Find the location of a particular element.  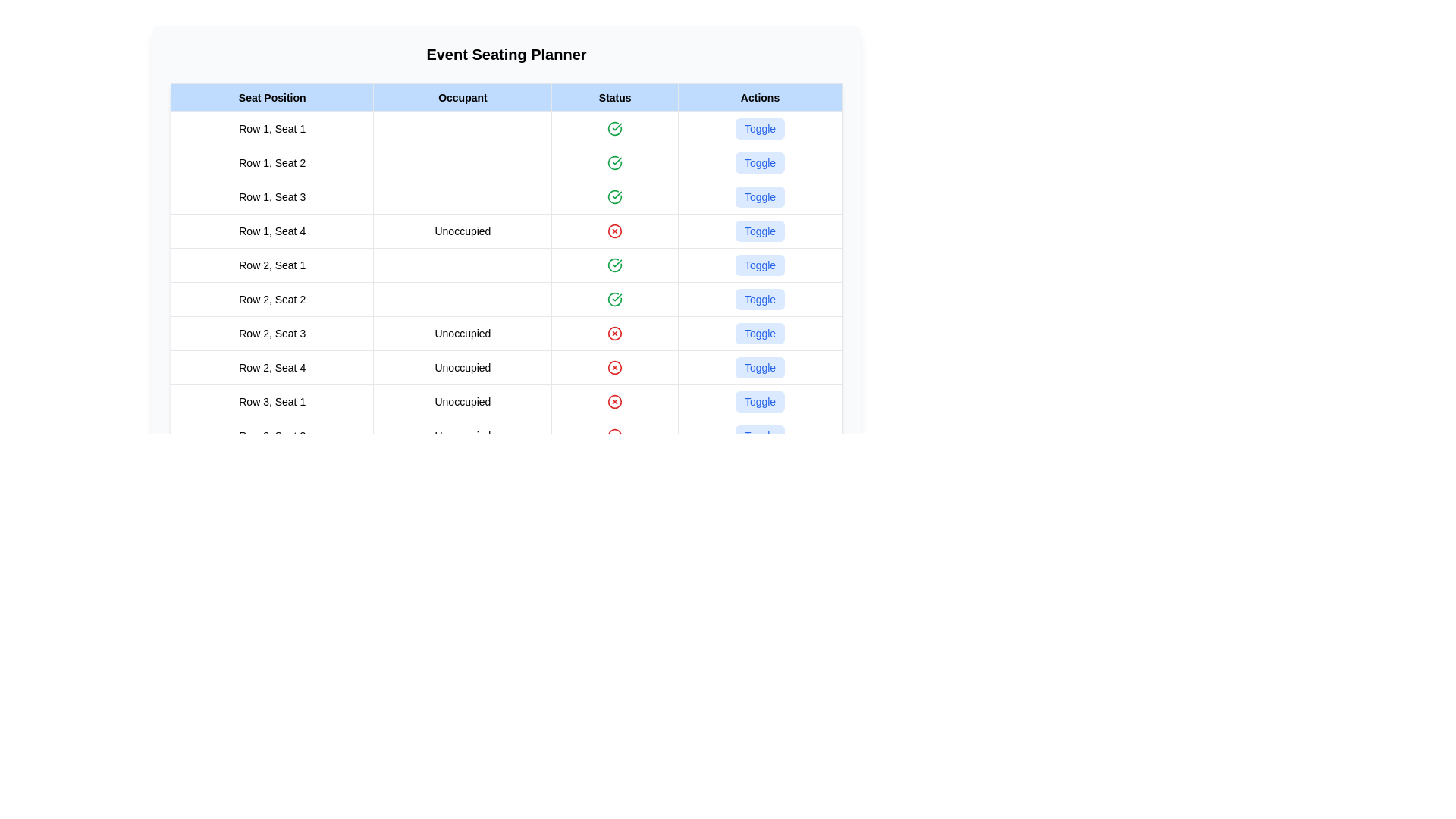

the Table cell representing the 'Occupant' status of Row 3, Seat 2 in the event seating planner is located at coordinates (462, 435).